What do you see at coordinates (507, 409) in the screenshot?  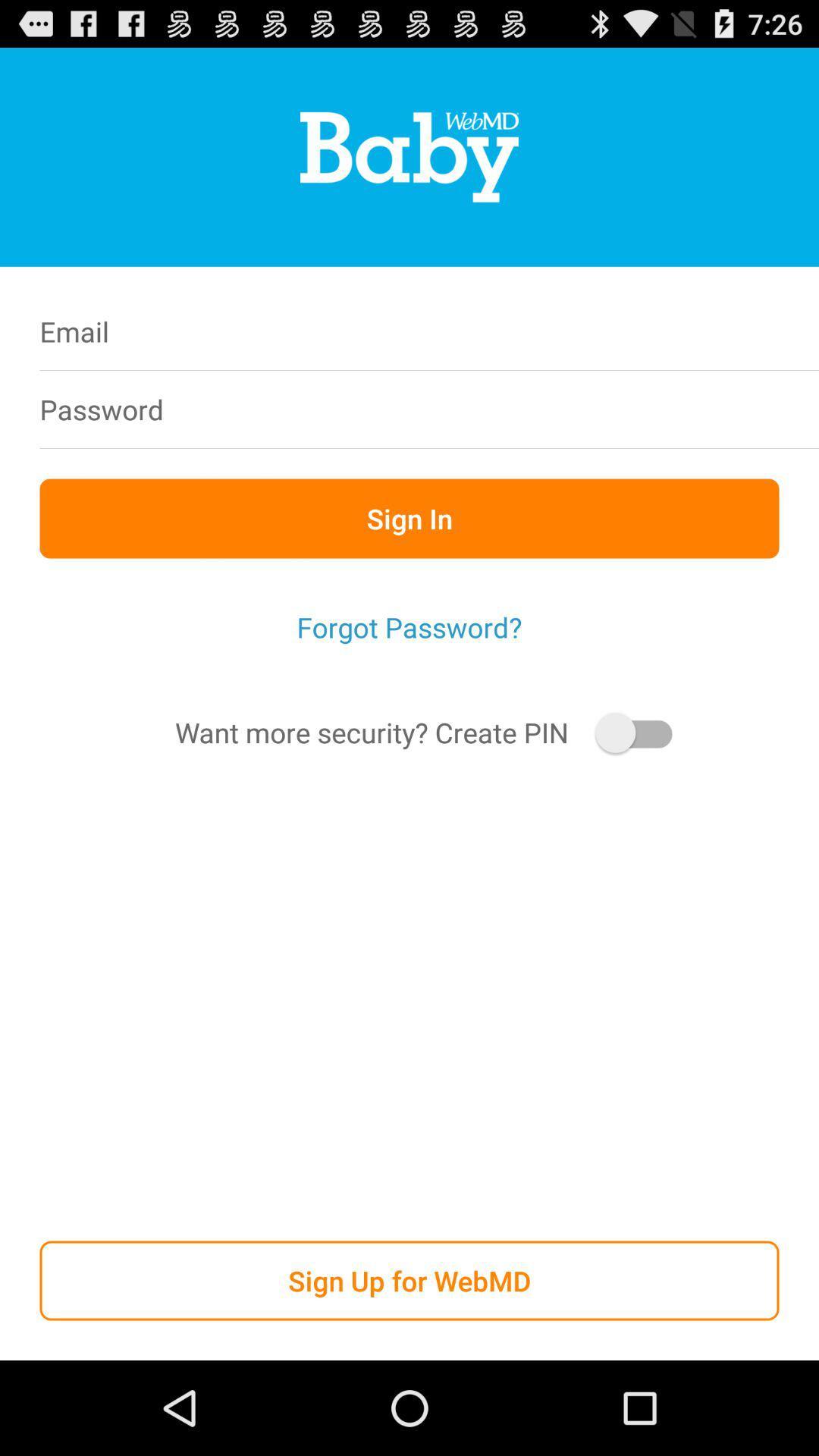 I see `password box` at bounding box center [507, 409].